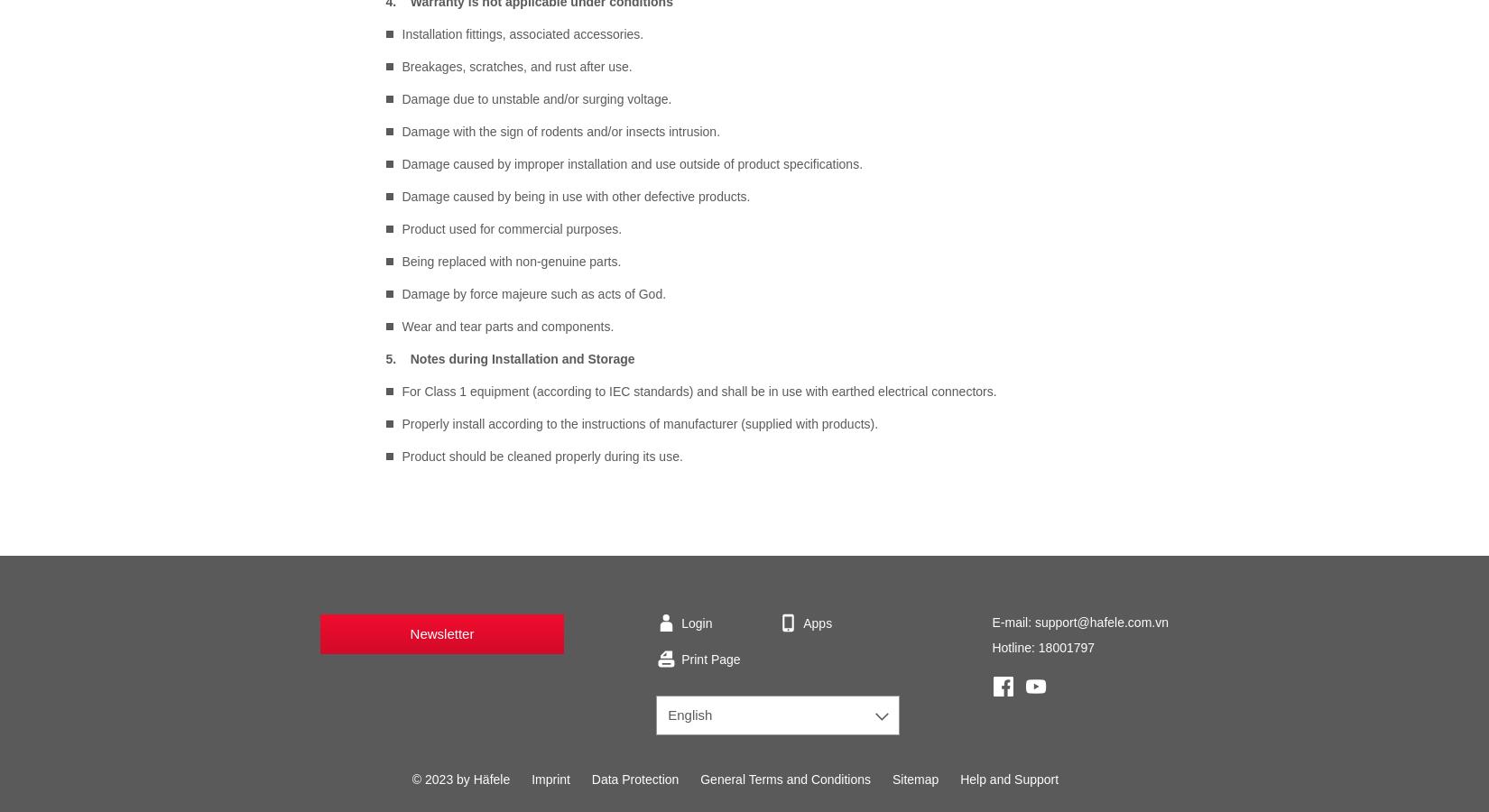 This screenshot has height=812, width=1489. What do you see at coordinates (1013, 622) in the screenshot?
I see `'E-mail:'` at bounding box center [1013, 622].